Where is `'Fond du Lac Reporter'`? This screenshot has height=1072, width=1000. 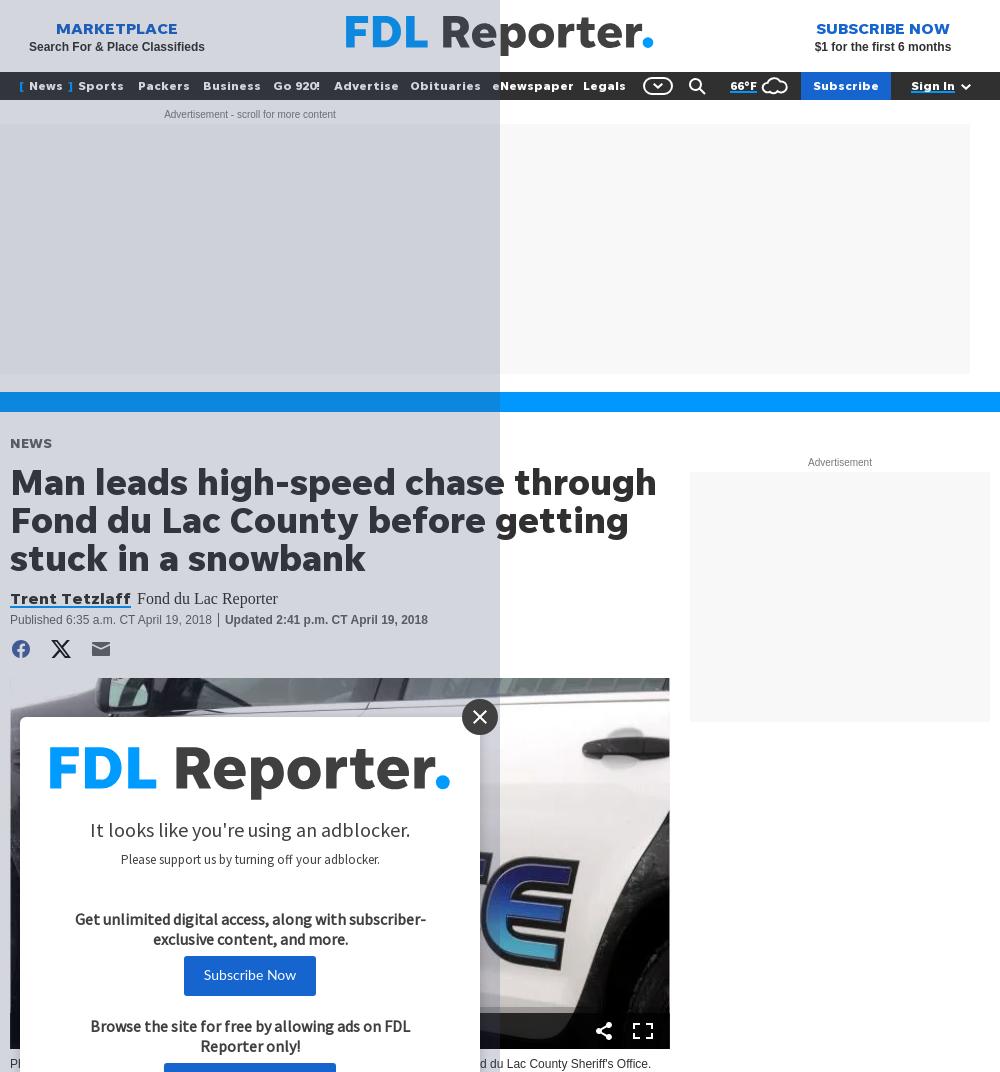 'Fond du Lac Reporter' is located at coordinates (206, 597).